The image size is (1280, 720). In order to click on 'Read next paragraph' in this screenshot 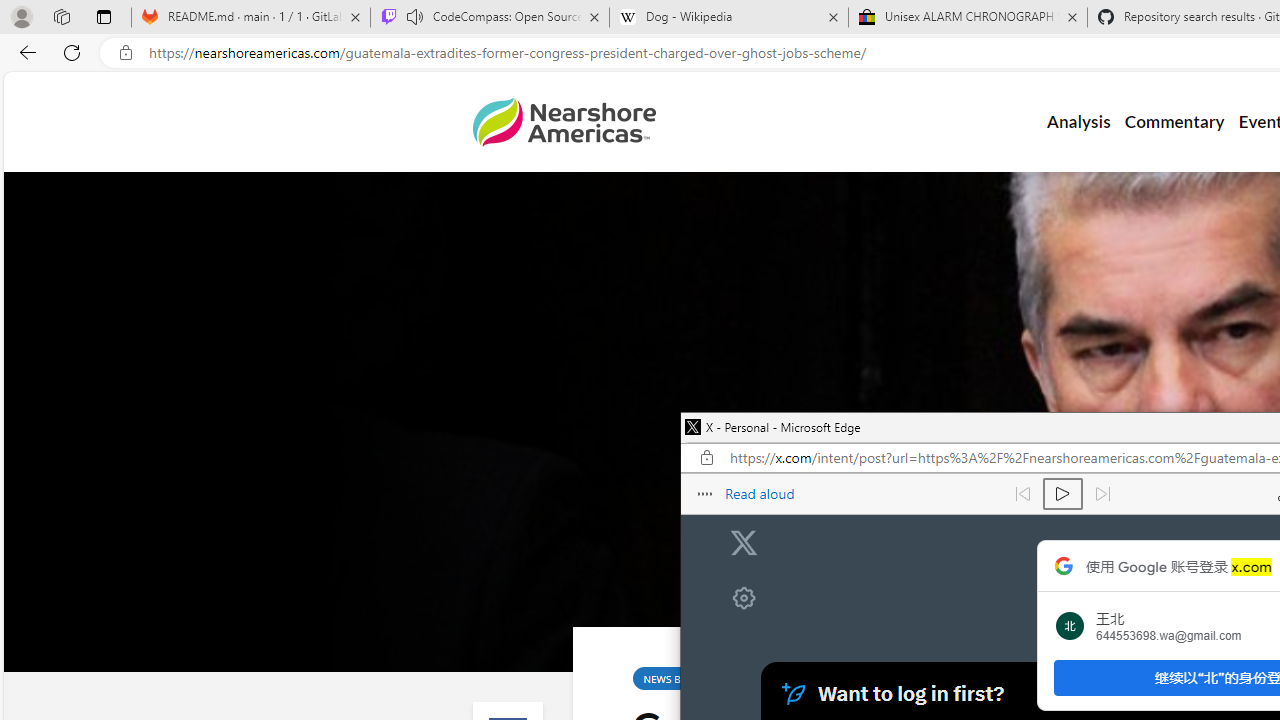, I will do `click(1101, 493)`.